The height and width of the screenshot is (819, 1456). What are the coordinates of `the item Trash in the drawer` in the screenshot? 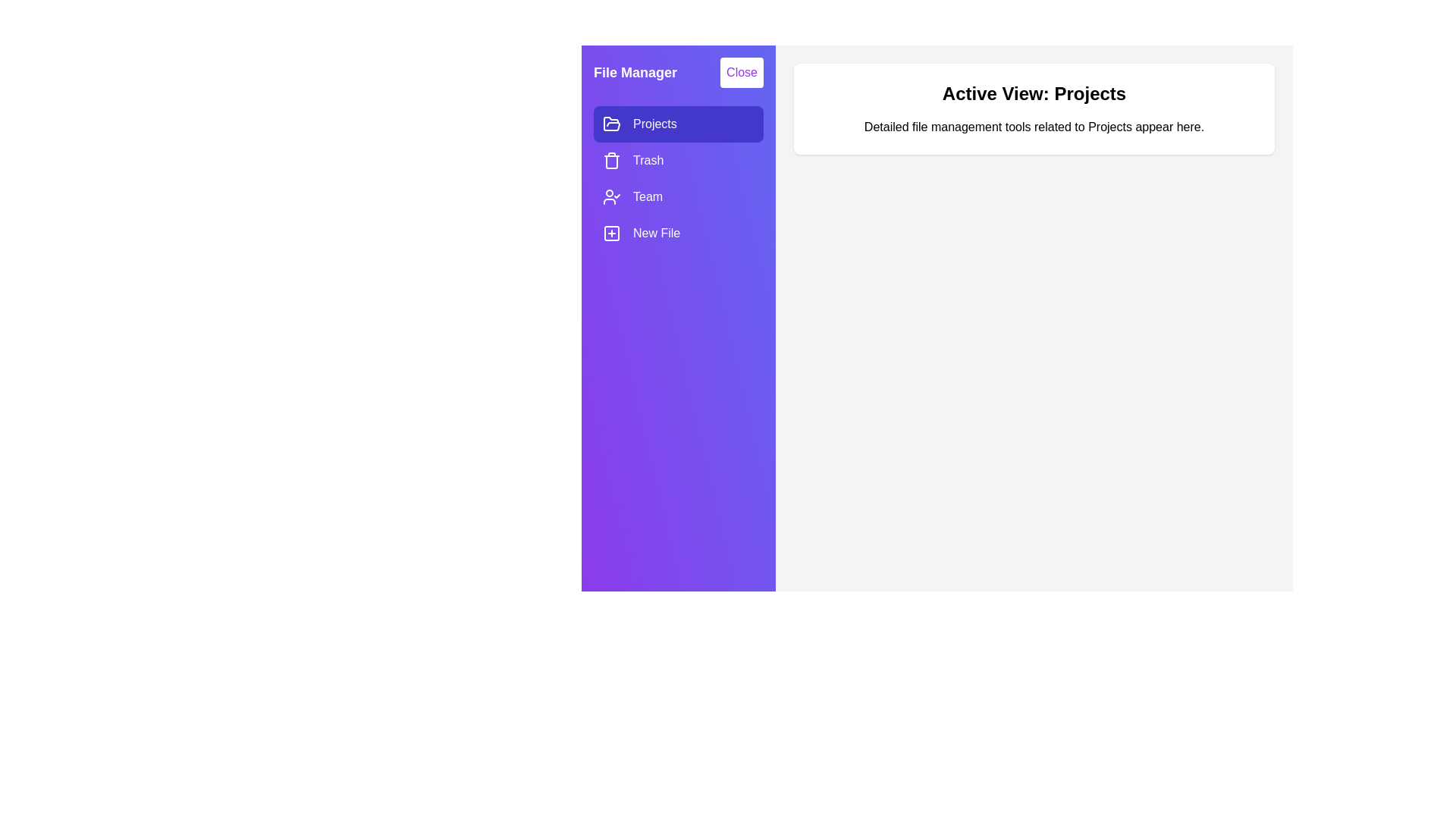 It's located at (677, 161).